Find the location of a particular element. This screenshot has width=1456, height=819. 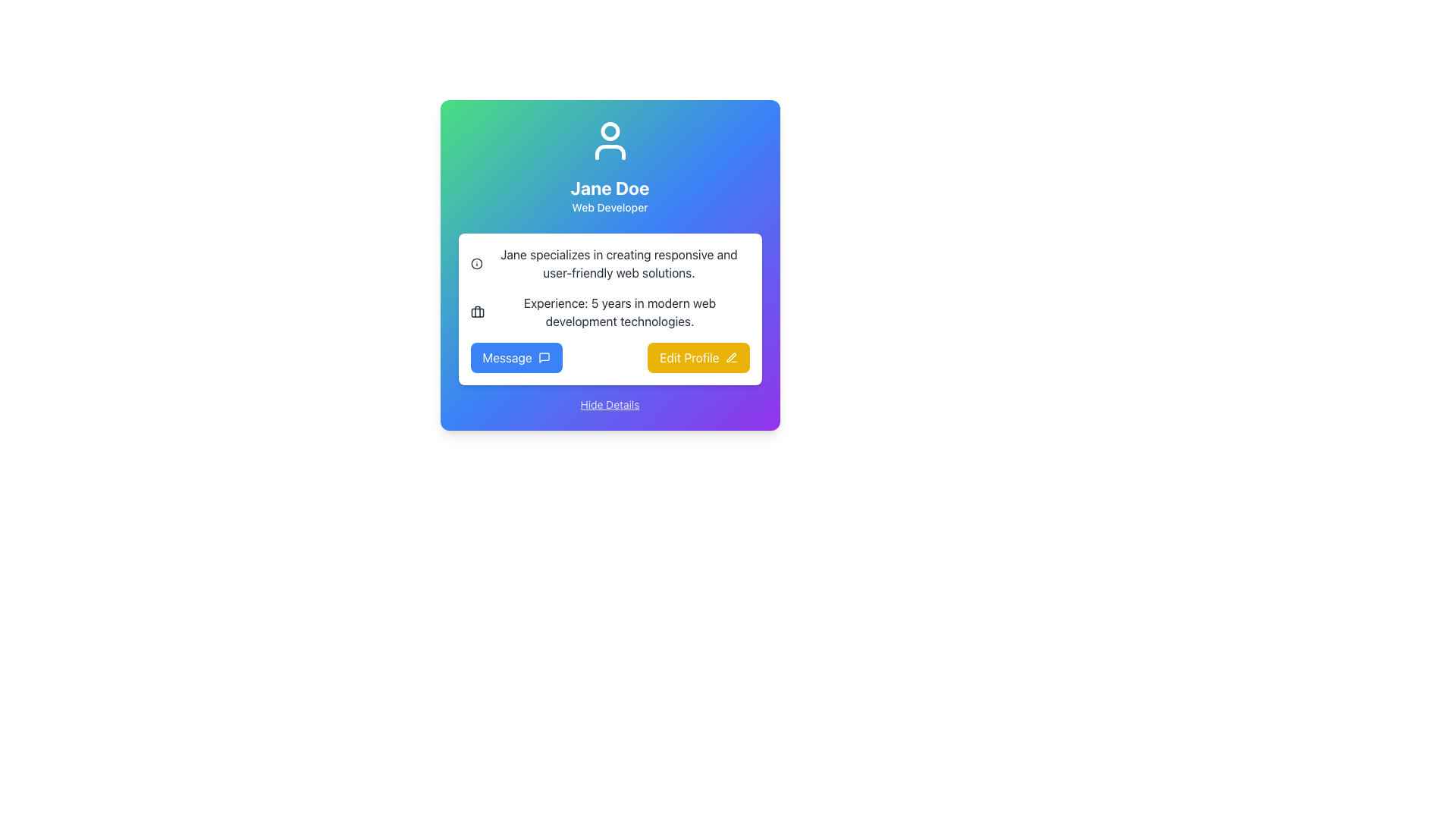

the message bubble icon is located at coordinates (544, 357).